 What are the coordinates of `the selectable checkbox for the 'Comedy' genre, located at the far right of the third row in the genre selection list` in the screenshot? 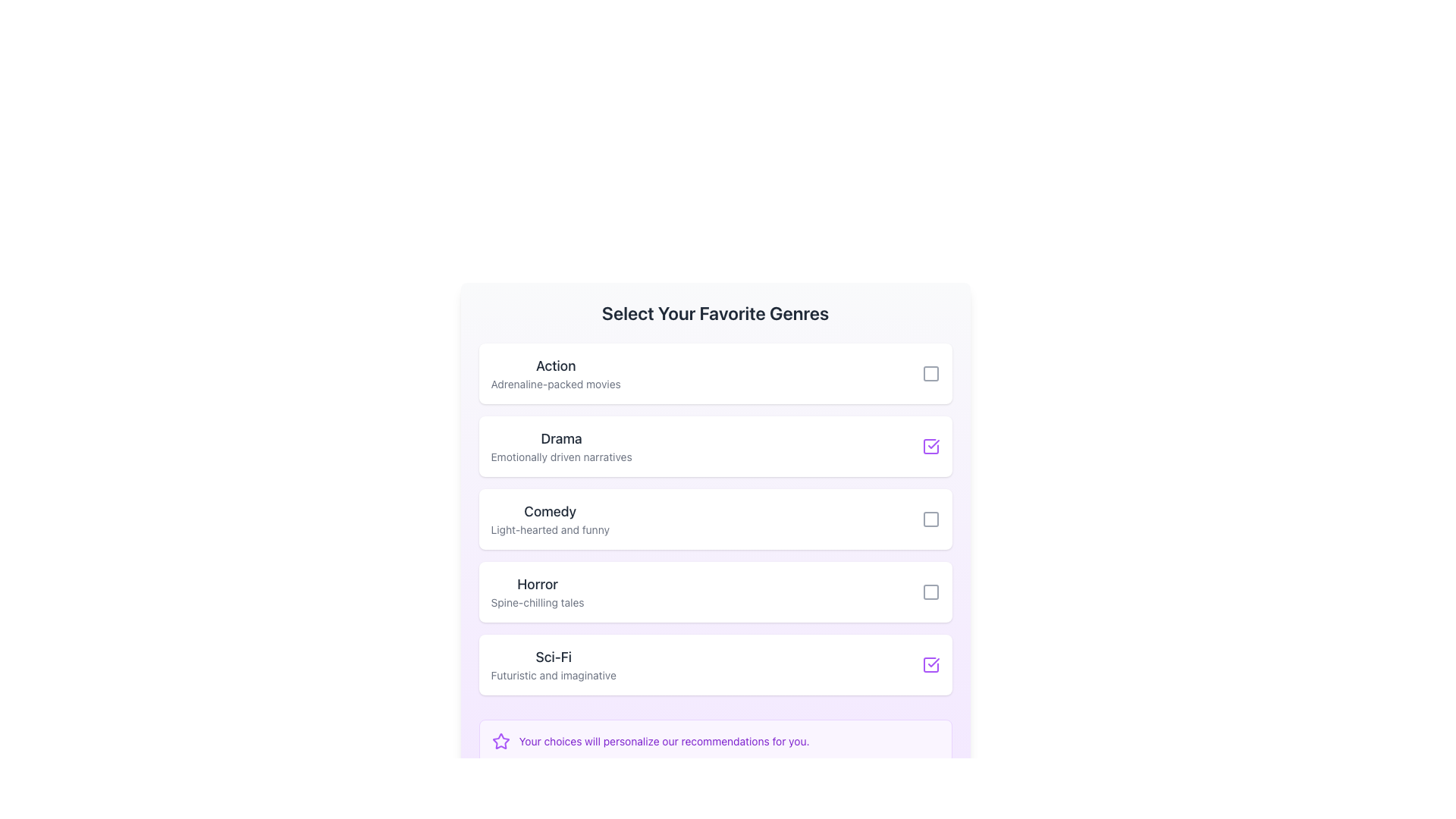 It's located at (930, 519).